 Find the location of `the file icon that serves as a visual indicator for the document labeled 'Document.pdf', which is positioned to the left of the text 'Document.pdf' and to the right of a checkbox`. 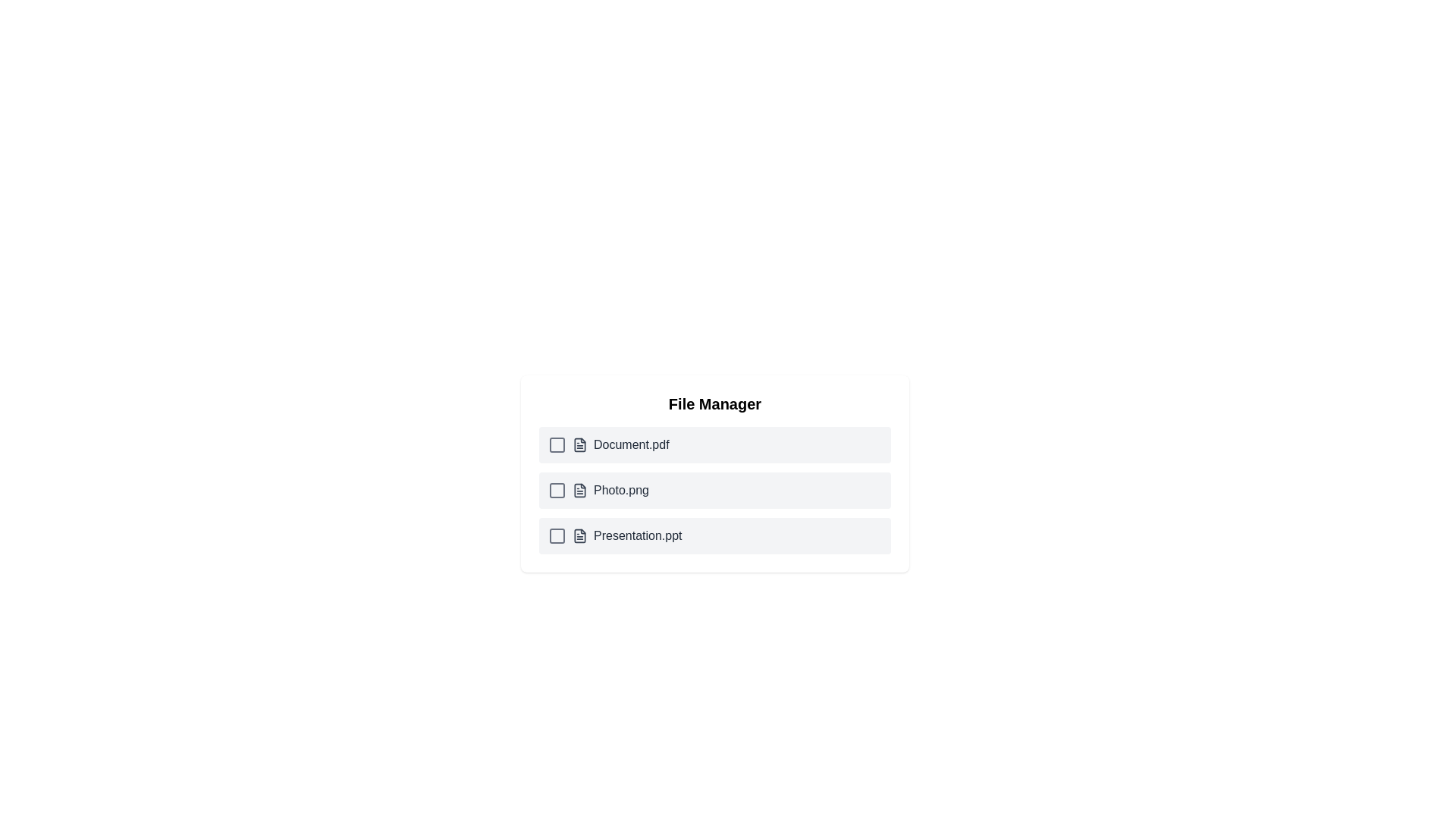

the file icon that serves as a visual indicator for the document labeled 'Document.pdf', which is positioned to the left of the text 'Document.pdf' and to the right of a checkbox is located at coordinates (579, 444).